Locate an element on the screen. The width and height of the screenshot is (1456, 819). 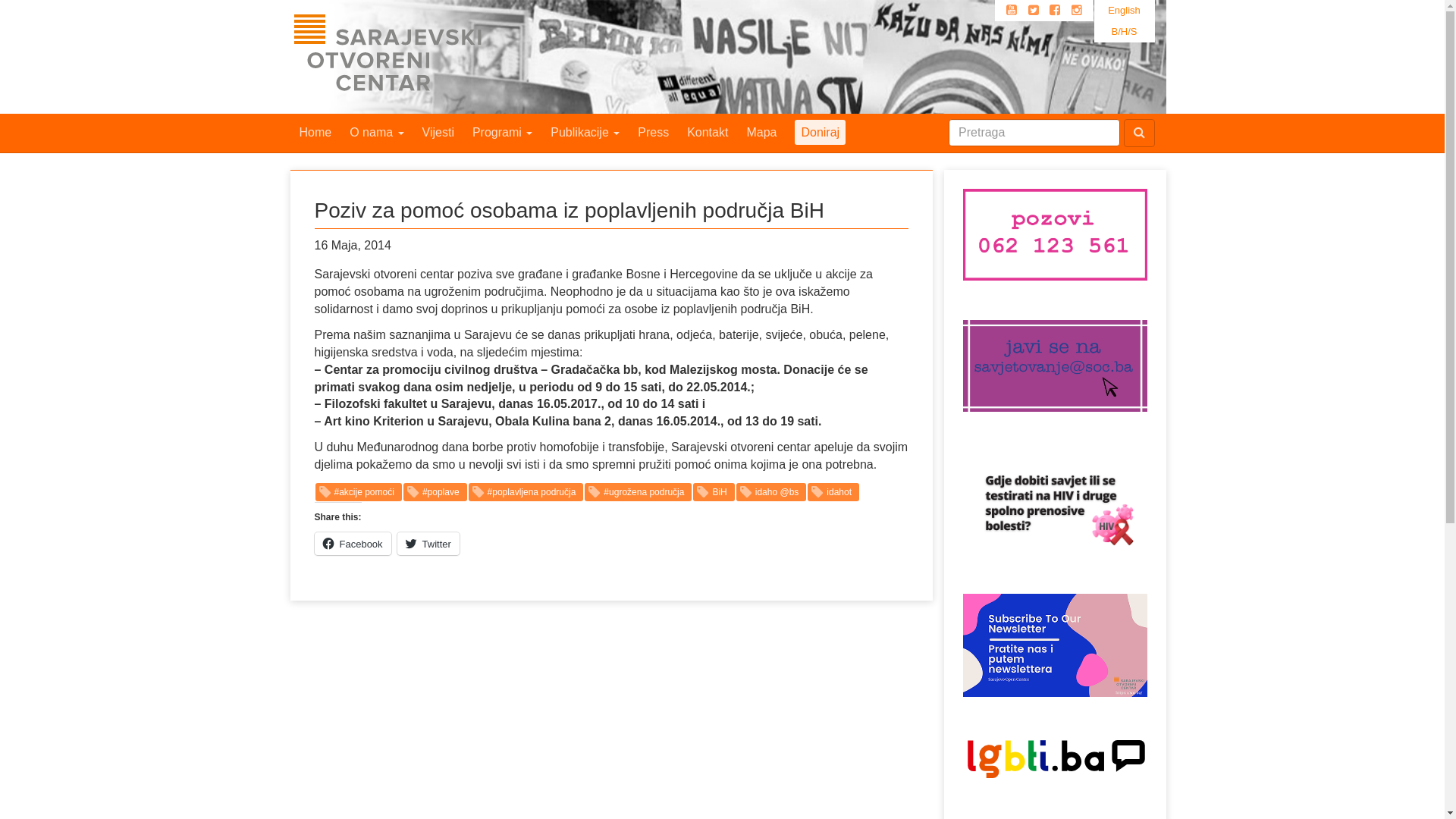
'Doniraj' is located at coordinates (819, 131).